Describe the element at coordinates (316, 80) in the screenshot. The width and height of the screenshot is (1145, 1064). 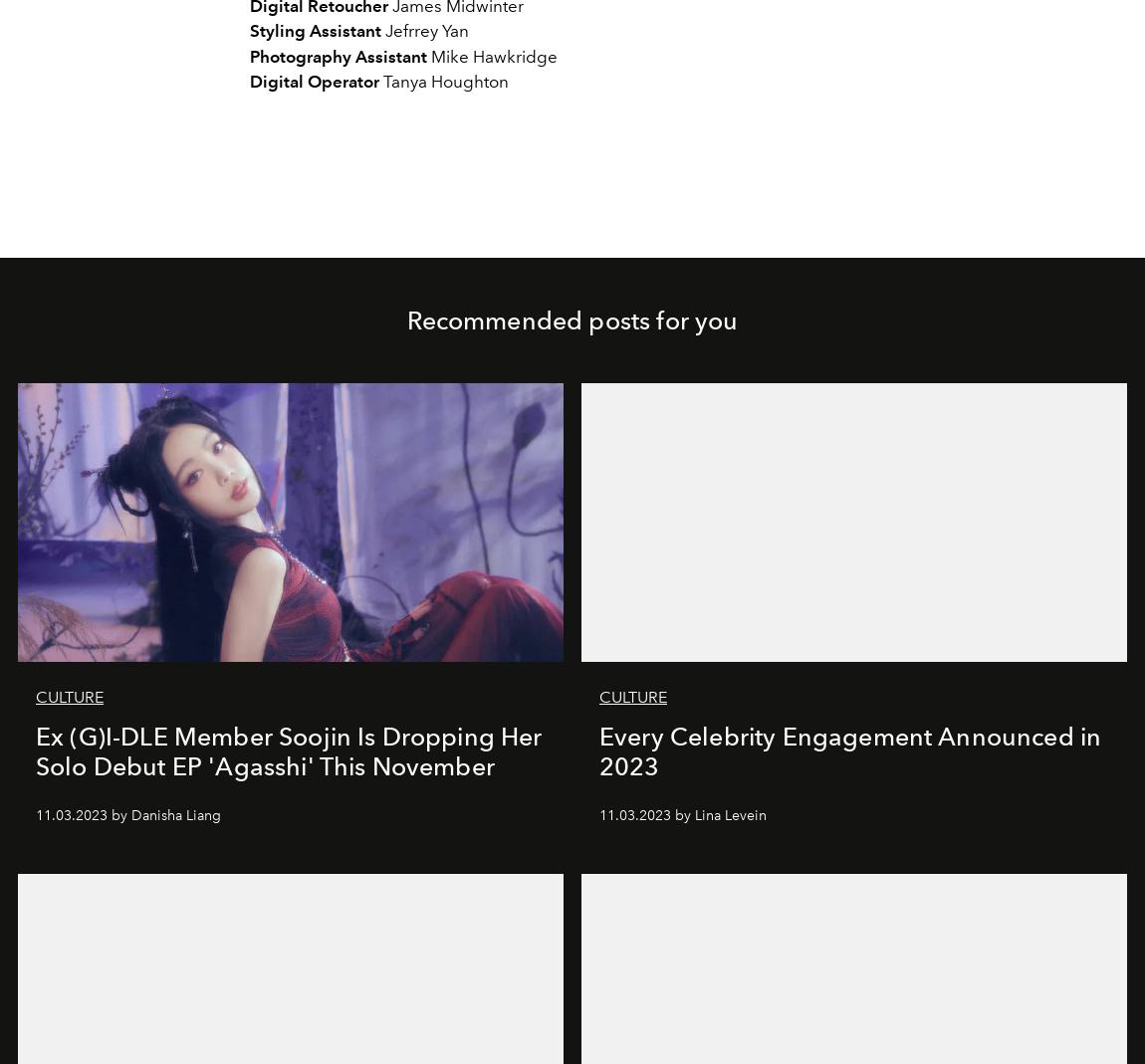
I see `'Digital Operator'` at that location.